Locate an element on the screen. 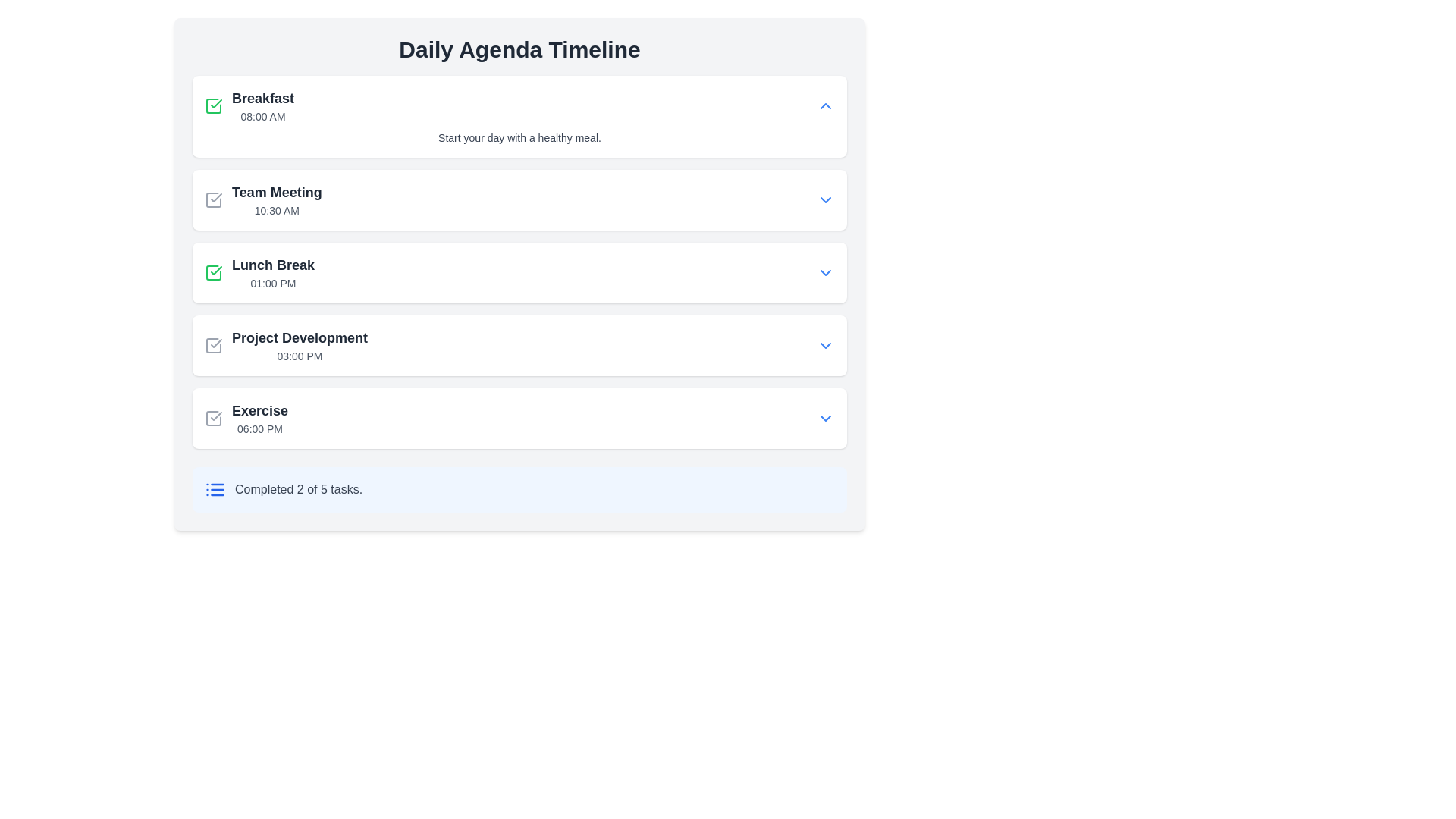 The image size is (1456, 819). the state of the check-mark icon within the square that indicates completion for the first agenda item labeled 'Breakfast' is located at coordinates (215, 270).